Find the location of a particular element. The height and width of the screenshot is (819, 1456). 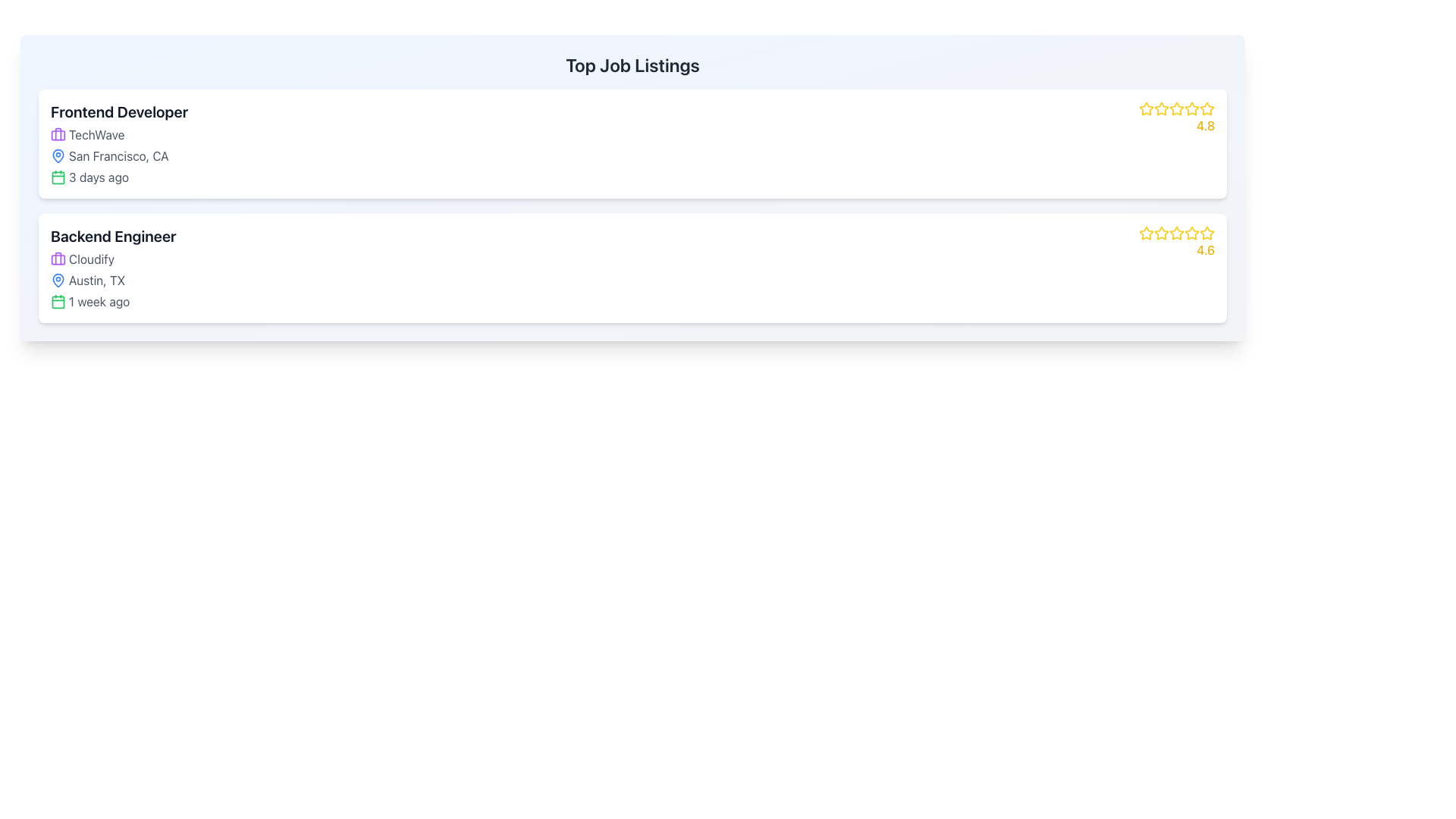

the icon representing 'Cloudify' located to the immediate left of the employer name in the second job listing titled 'Backend Engineer' is located at coordinates (58, 259).